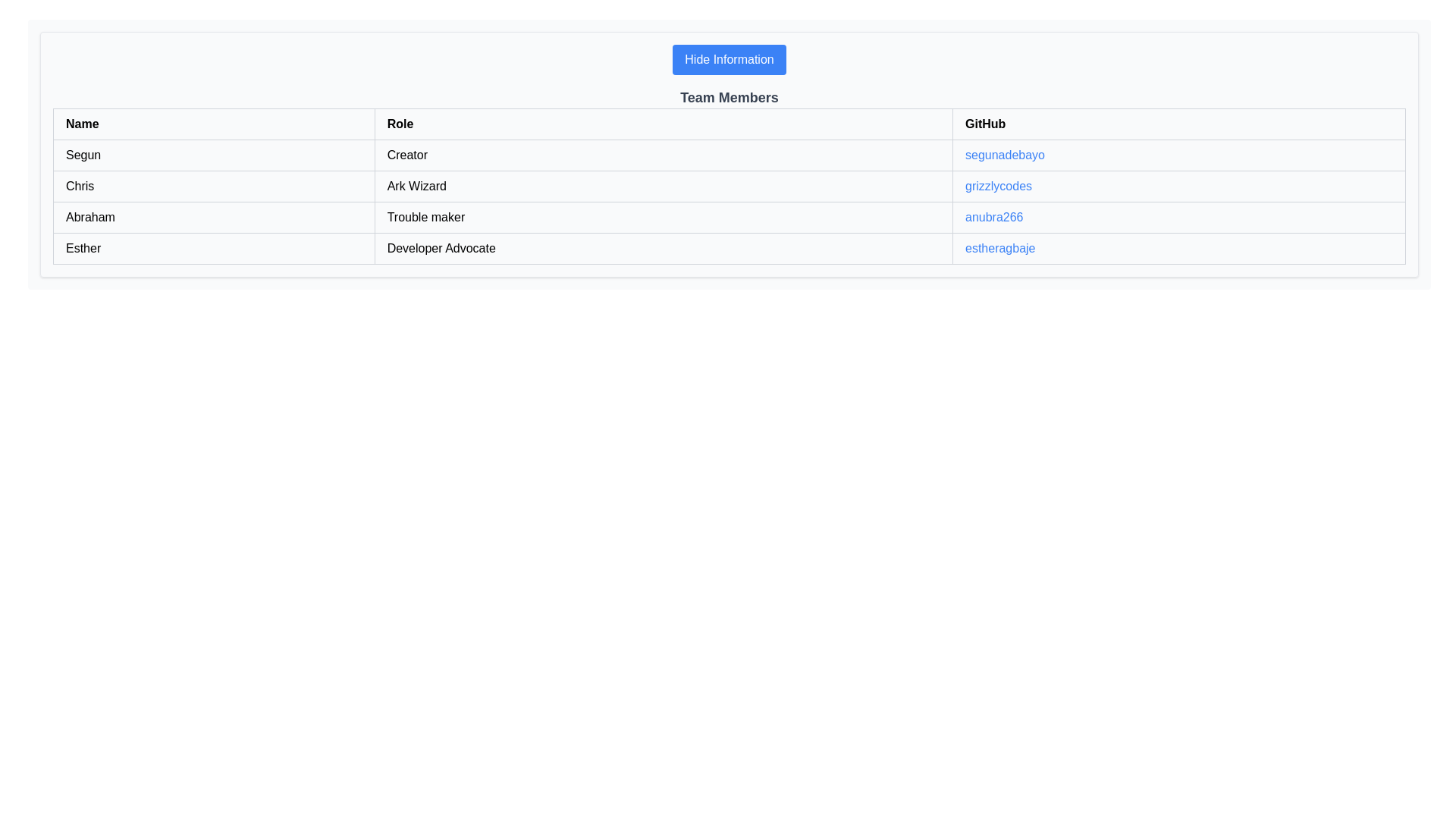  Describe the element at coordinates (998, 185) in the screenshot. I see `the hyperlink in the 'GitHub' column of the table in the third row, which leads to the GitHub profile https://github.com/grizzlycodes` at that location.